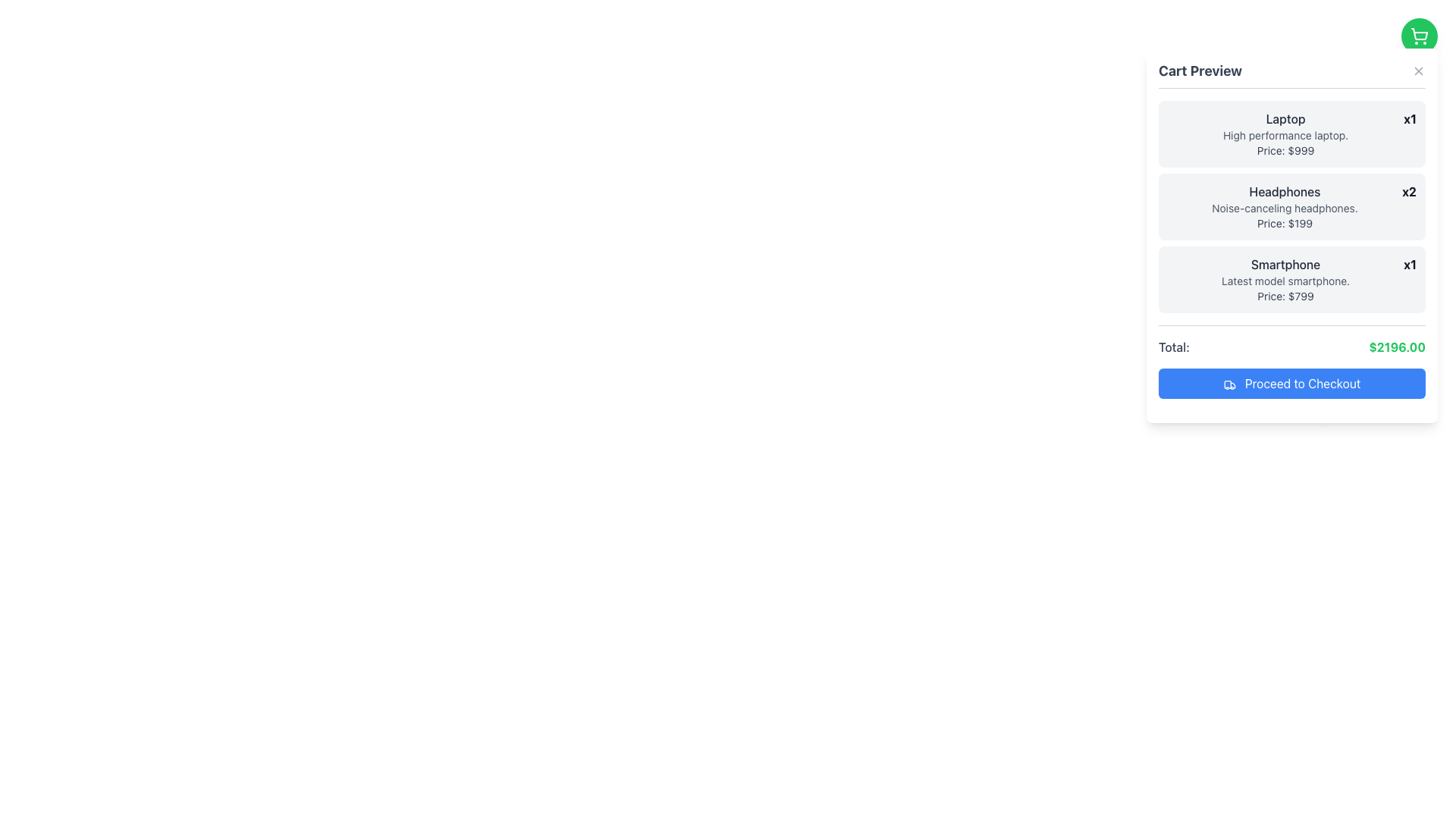  Describe the element at coordinates (1418, 71) in the screenshot. I see `the small 'X' icon in the top-right corner of the cart preview panel` at that location.